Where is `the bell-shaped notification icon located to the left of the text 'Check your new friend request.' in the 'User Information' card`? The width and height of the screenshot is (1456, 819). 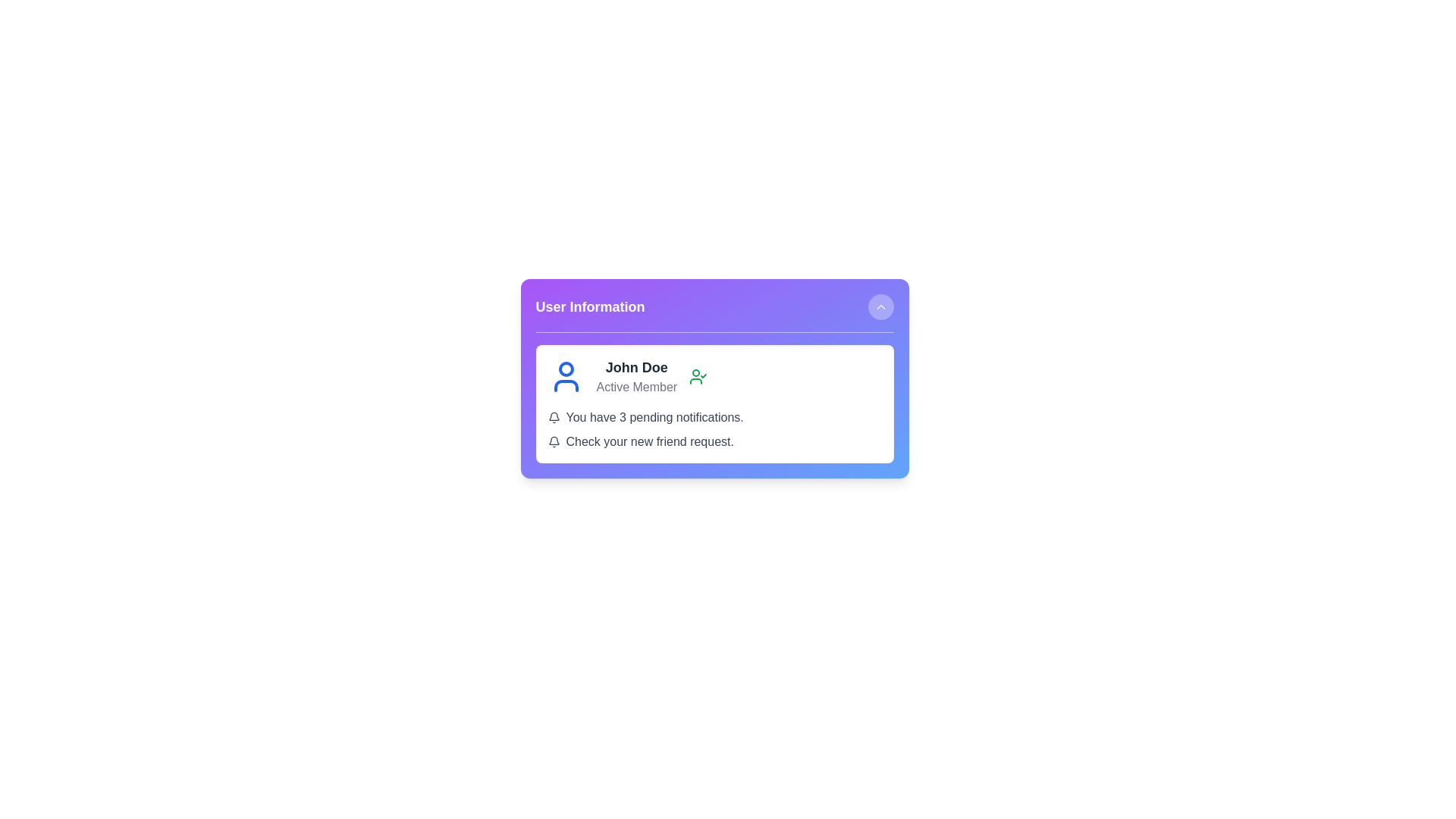 the bell-shaped notification icon located to the left of the text 'Check your new friend request.' in the 'User Information' card is located at coordinates (553, 441).